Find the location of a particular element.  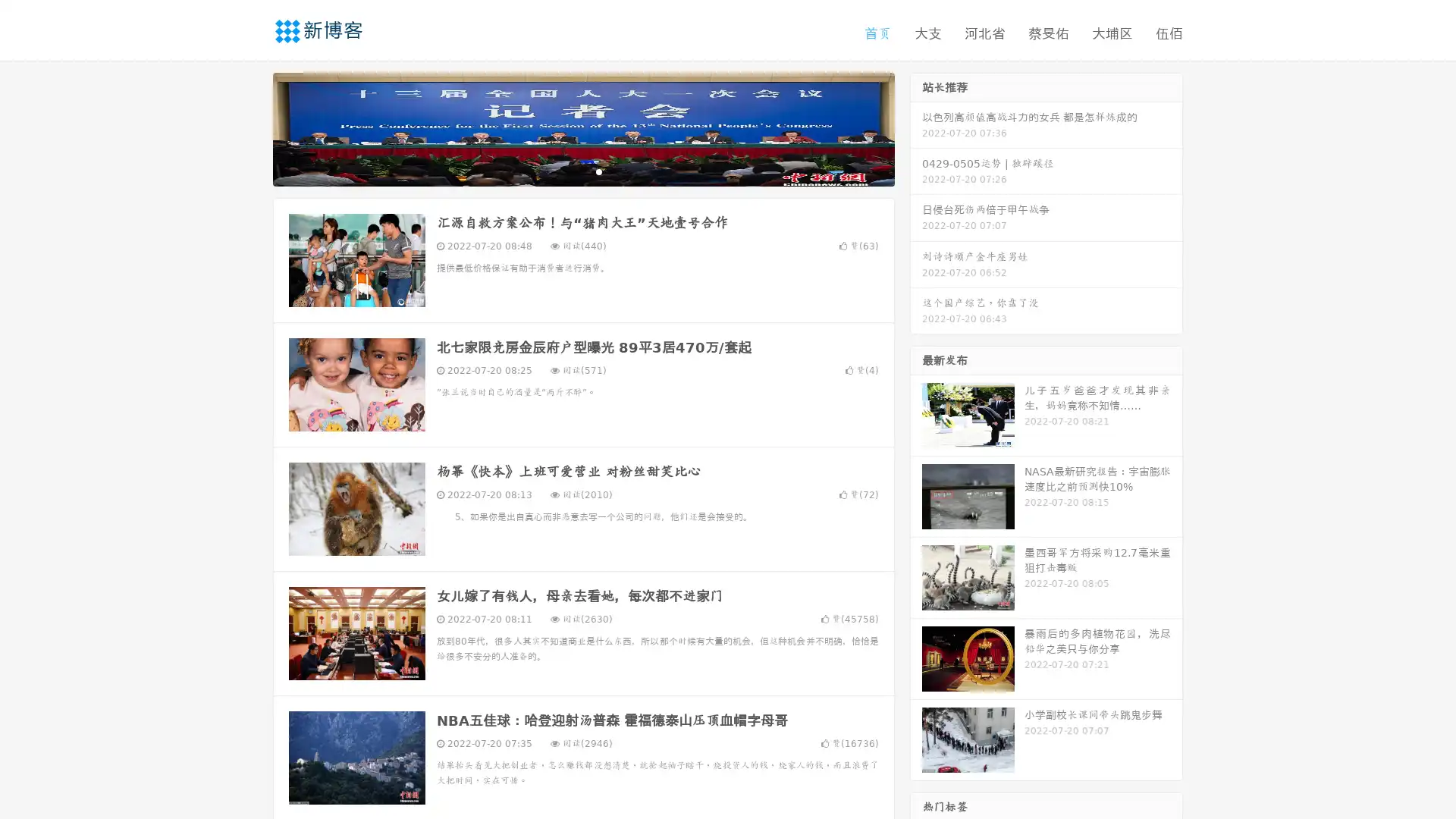

Go to slide 3 is located at coordinates (598, 171).